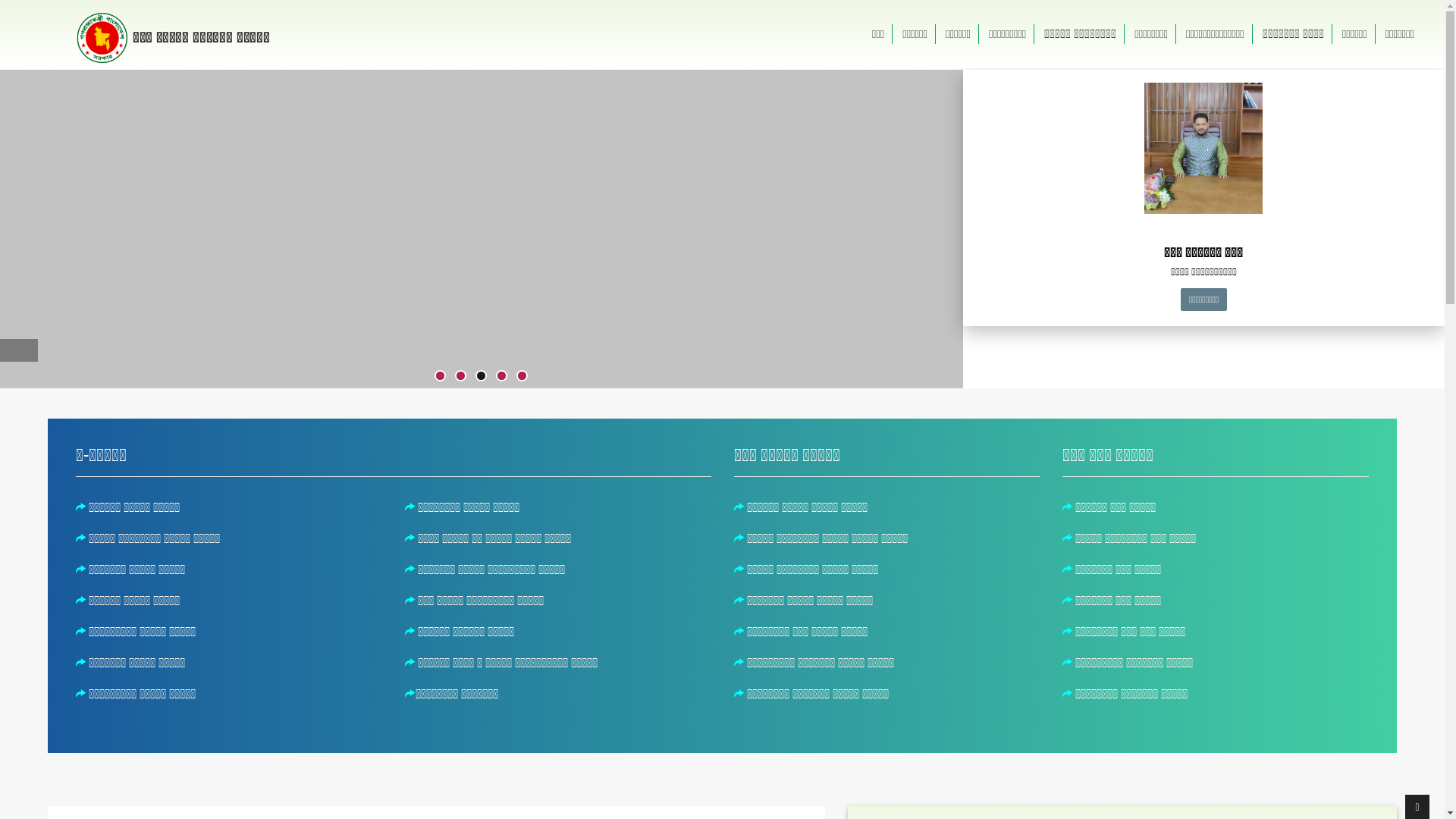  What do you see at coordinates (439, 375) in the screenshot?
I see `'1'` at bounding box center [439, 375].